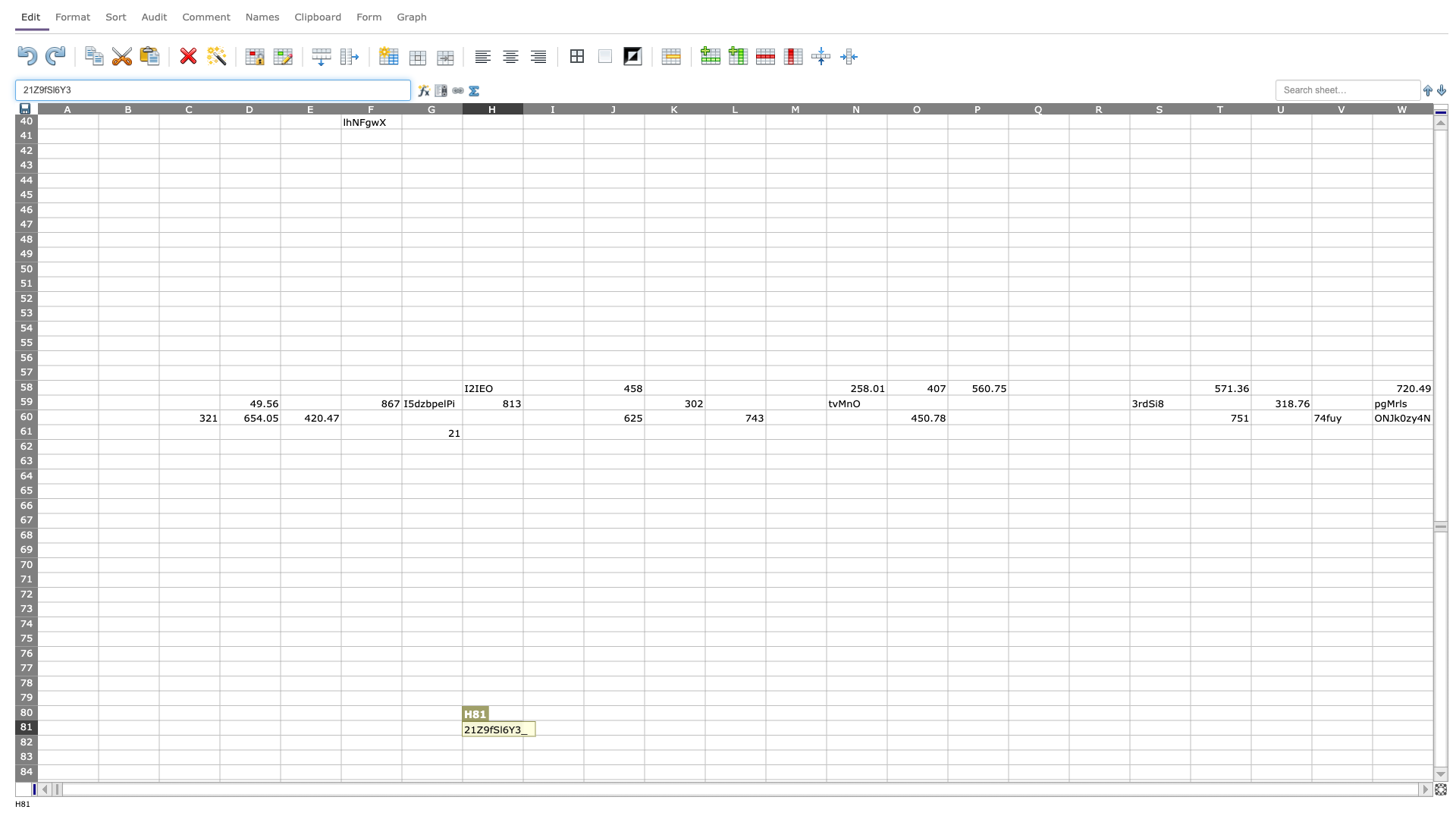 This screenshot has height=819, width=1456. What do you see at coordinates (582, 726) in the screenshot?
I see `Right edge at position I81` at bounding box center [582, 726].